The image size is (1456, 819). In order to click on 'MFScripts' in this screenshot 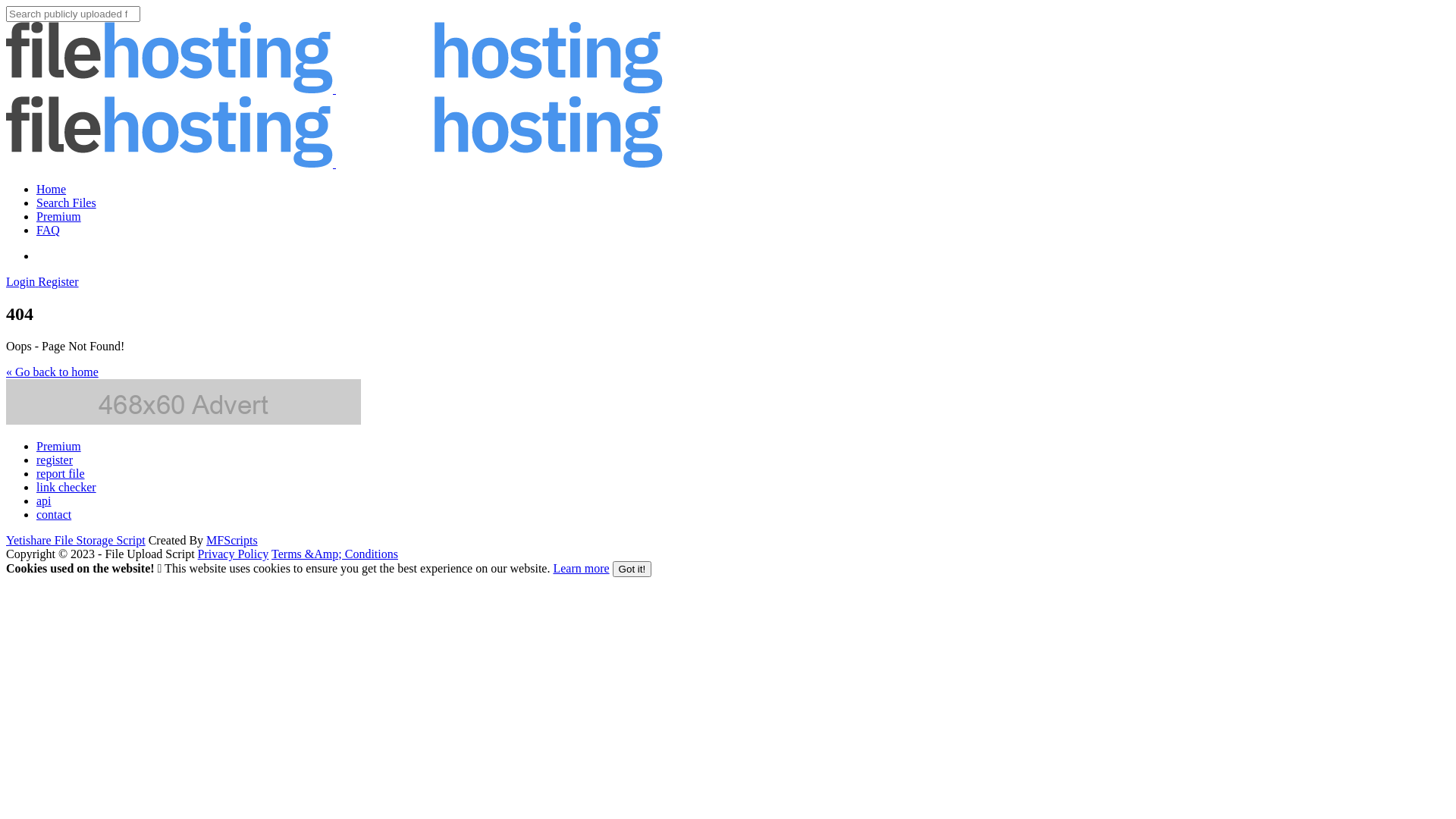, I will do `click(231, 539)`.